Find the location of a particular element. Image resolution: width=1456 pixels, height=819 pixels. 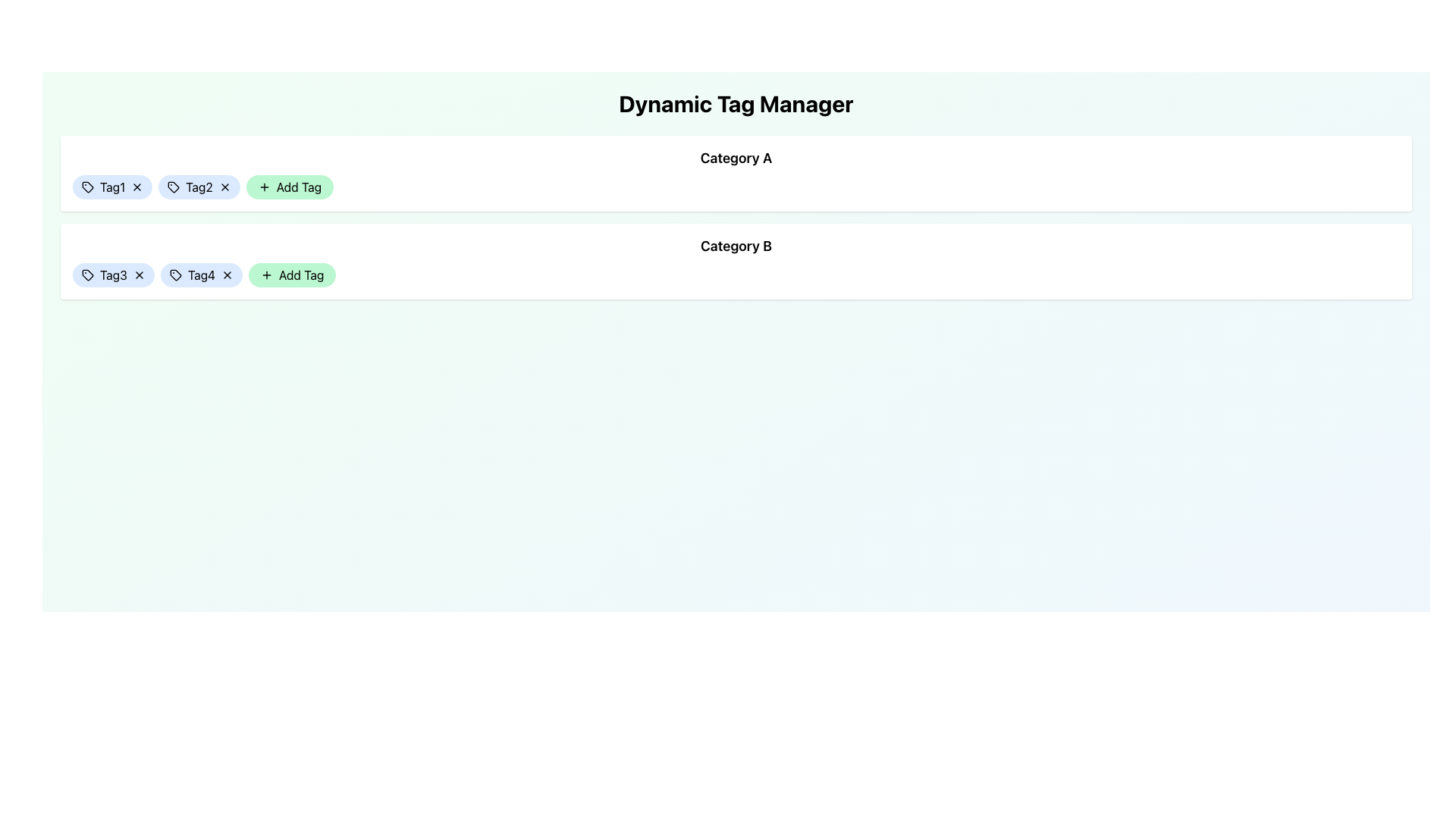

the plus icon within the 'Add Tag' button located to the right of the tag labels 'Tag1' and 'Tag2' in the first row under 'Category A' is located at coordinates (264, 186).